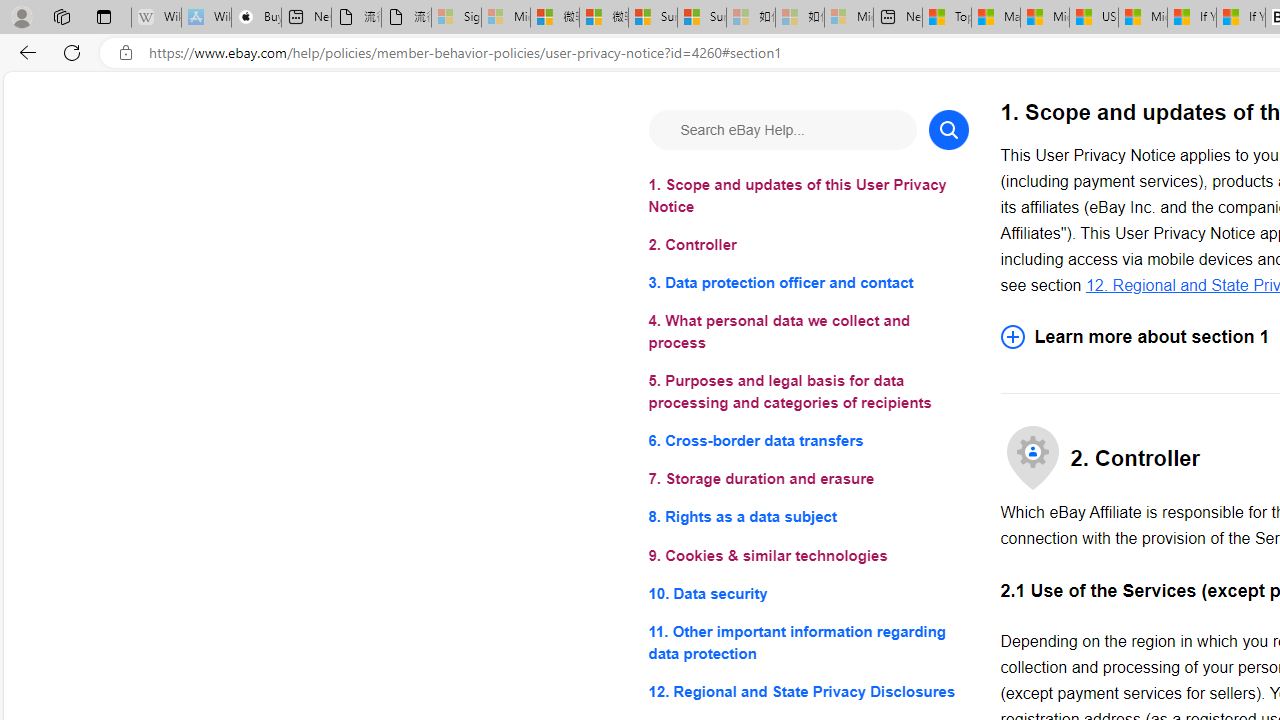 The width and height of the screenshot is (1280, 720). What do you see at coordinates (808, 440) in the screenshot?
I see `'6. Cross-border data transfers'` at bounding box center [808, 440].